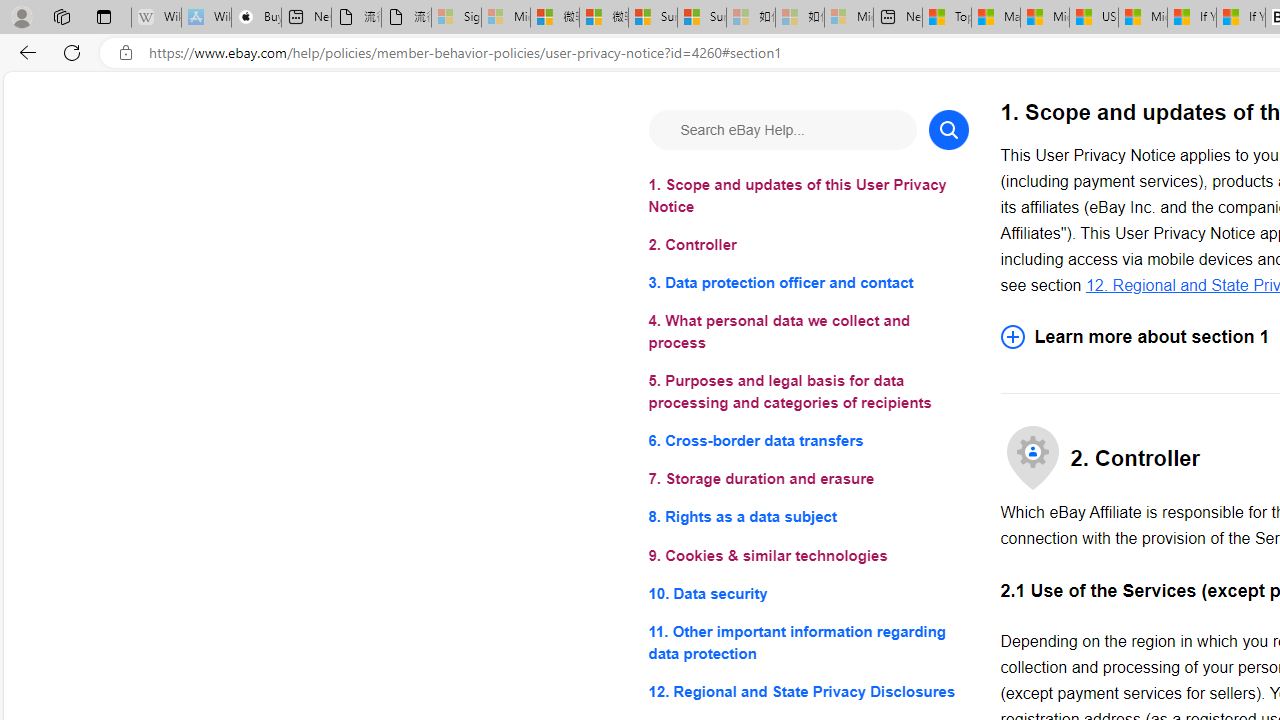 The width and height of the screenshot is (1280, 720). What do you see at coordinates (808, 440) in the screenshot?
I see `'6. Cross-border data transfers'` at bounding box center [808, 440].